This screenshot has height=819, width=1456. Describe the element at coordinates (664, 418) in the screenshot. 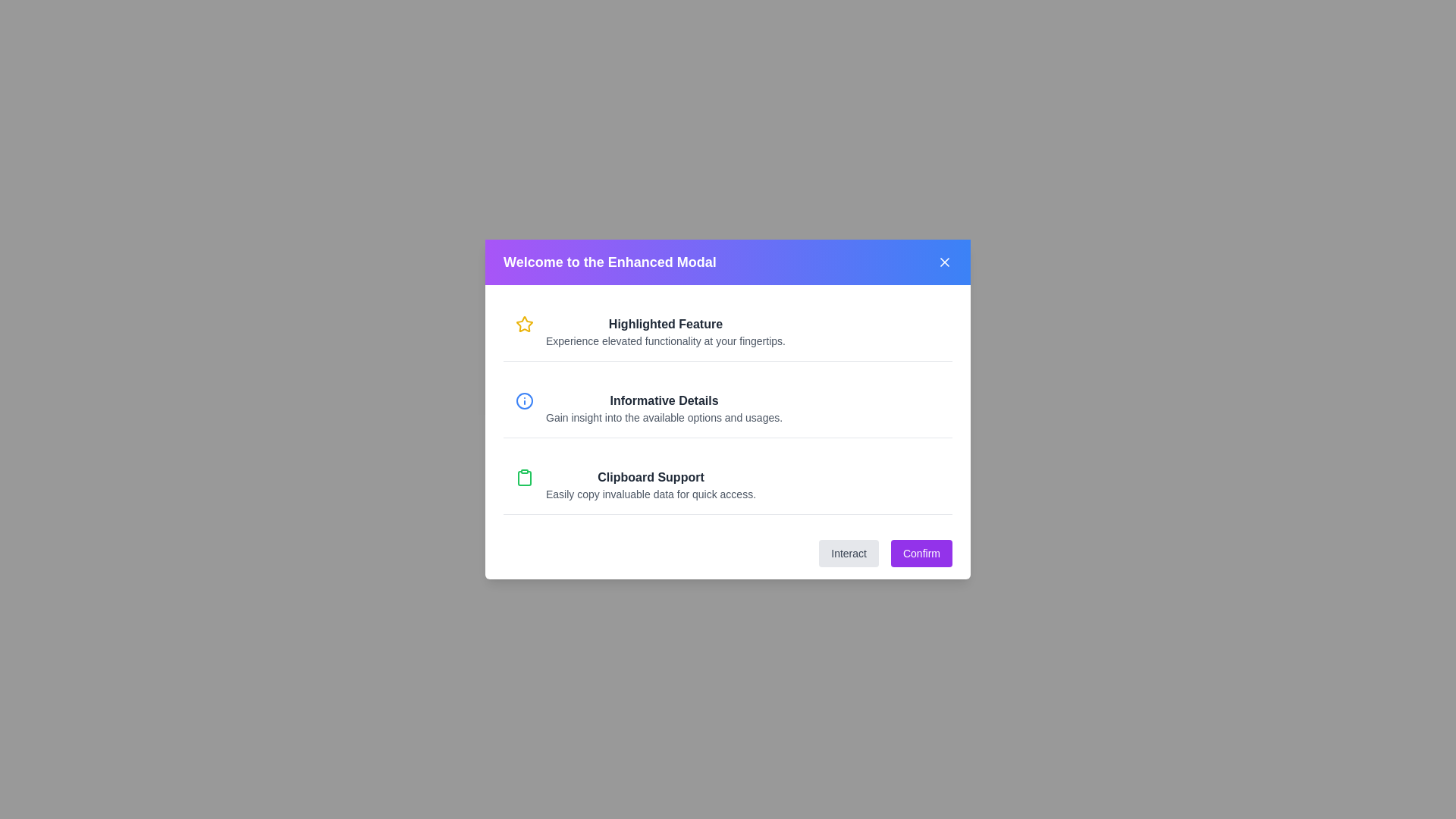

I see `the informational text label positioned below the 'Informative Details' title, which provides descriptive information about the section` at that location.